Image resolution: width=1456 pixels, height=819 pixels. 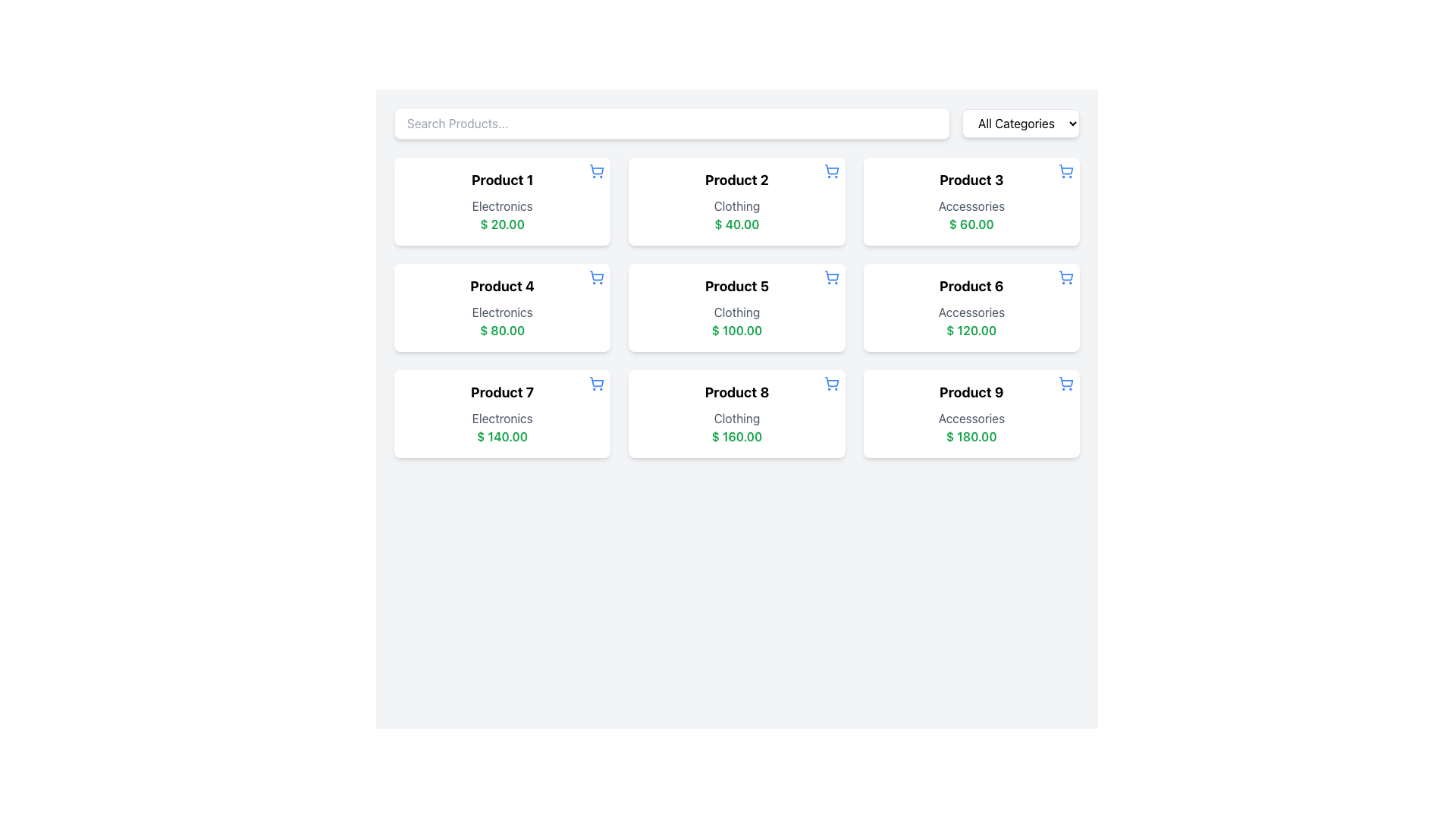 I want to click on the text displaying the price '$ 120.00' styled in a green, bold font, located at the bottom of the card for 'Product 6' in the rightmost column of the second row, so click(x=971, y=329).